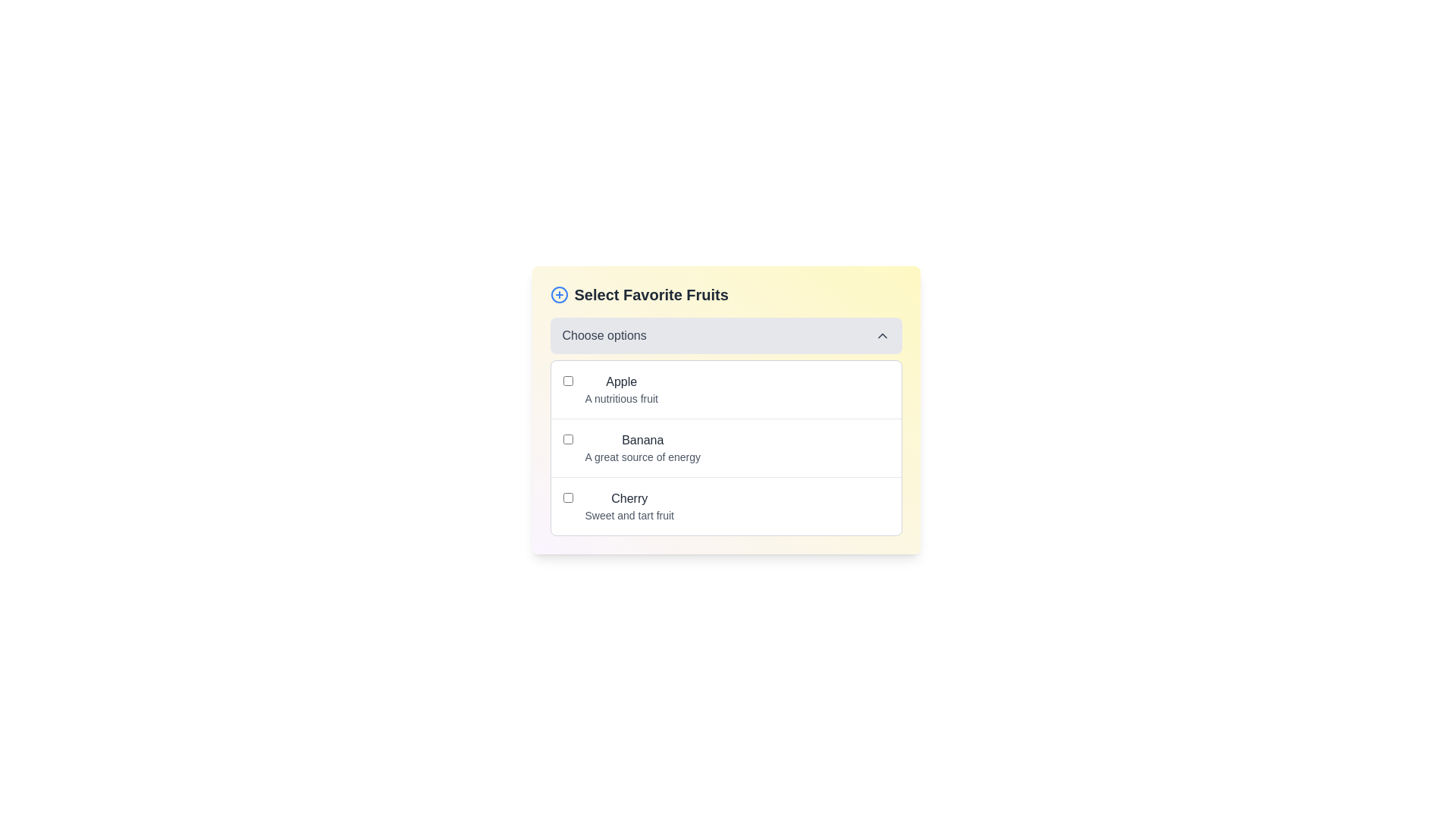  Describe the element at coordinates (725, 506) in the screenshot. I see `the checkbox group item labeled 'Cherry' in the 'Select Favorite Fruits' section` at that location.